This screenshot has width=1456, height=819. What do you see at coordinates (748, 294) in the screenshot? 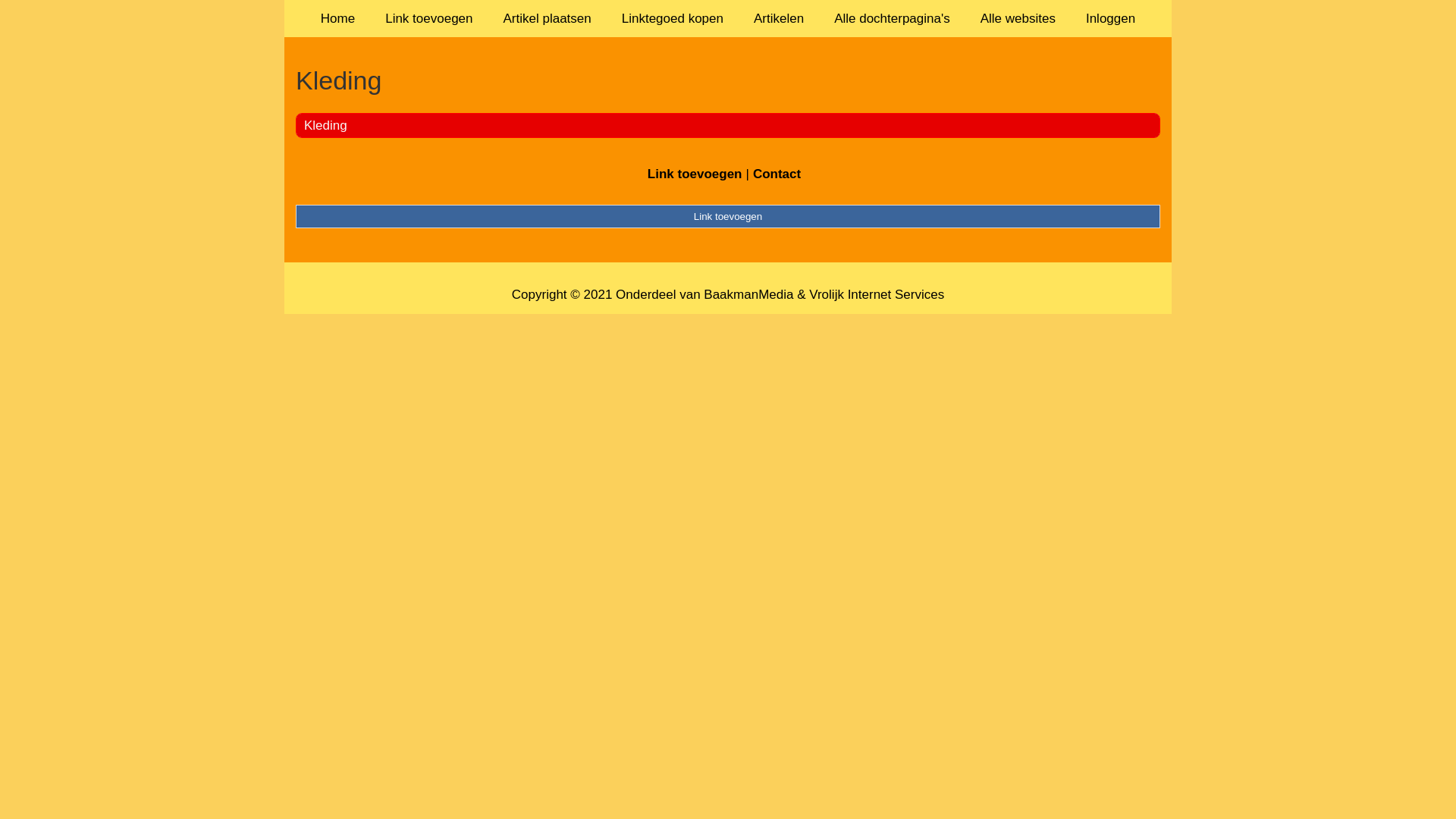
I see `'BaakmanMedia'` at bounding box center [748, 294].